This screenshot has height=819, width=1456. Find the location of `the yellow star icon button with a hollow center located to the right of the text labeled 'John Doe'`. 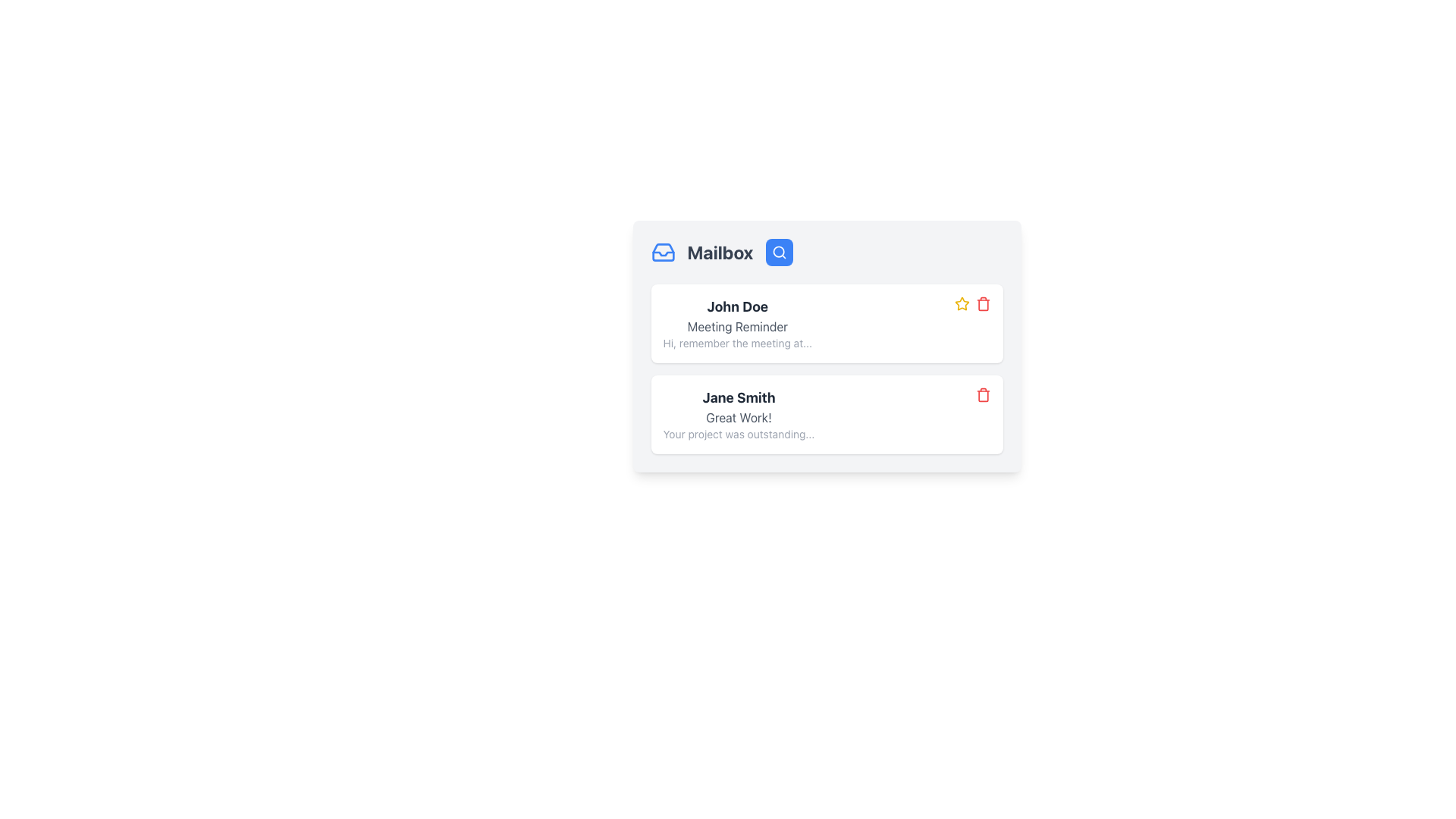

the yellow star icon button with a hollow center located to the right of the text labeled 'John Doe' is located at coordinates (961, 304).